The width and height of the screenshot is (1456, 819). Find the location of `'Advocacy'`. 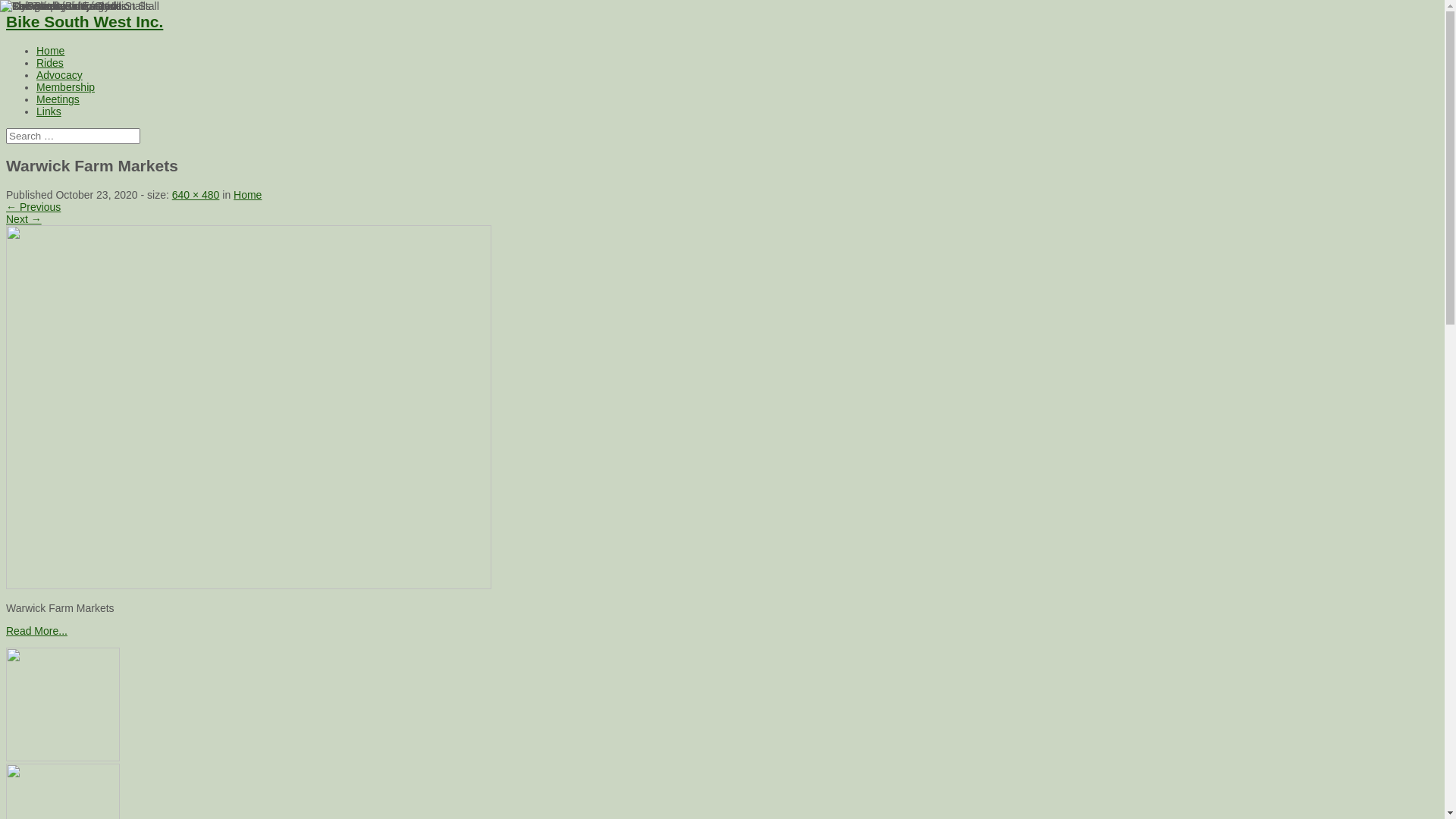

'Advocacy' is located at coordinates (59, 75).